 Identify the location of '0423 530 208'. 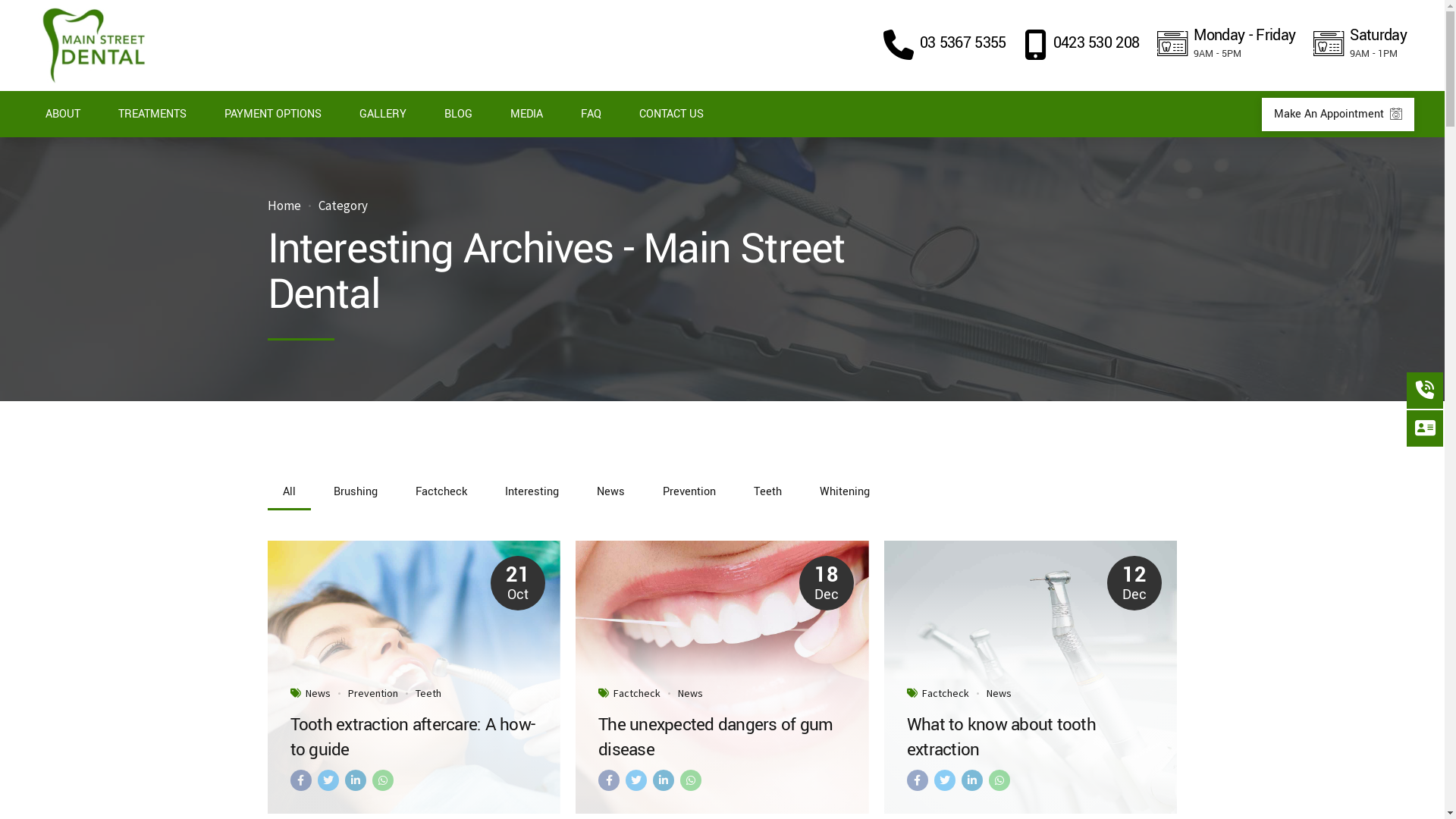
(1081, 45).